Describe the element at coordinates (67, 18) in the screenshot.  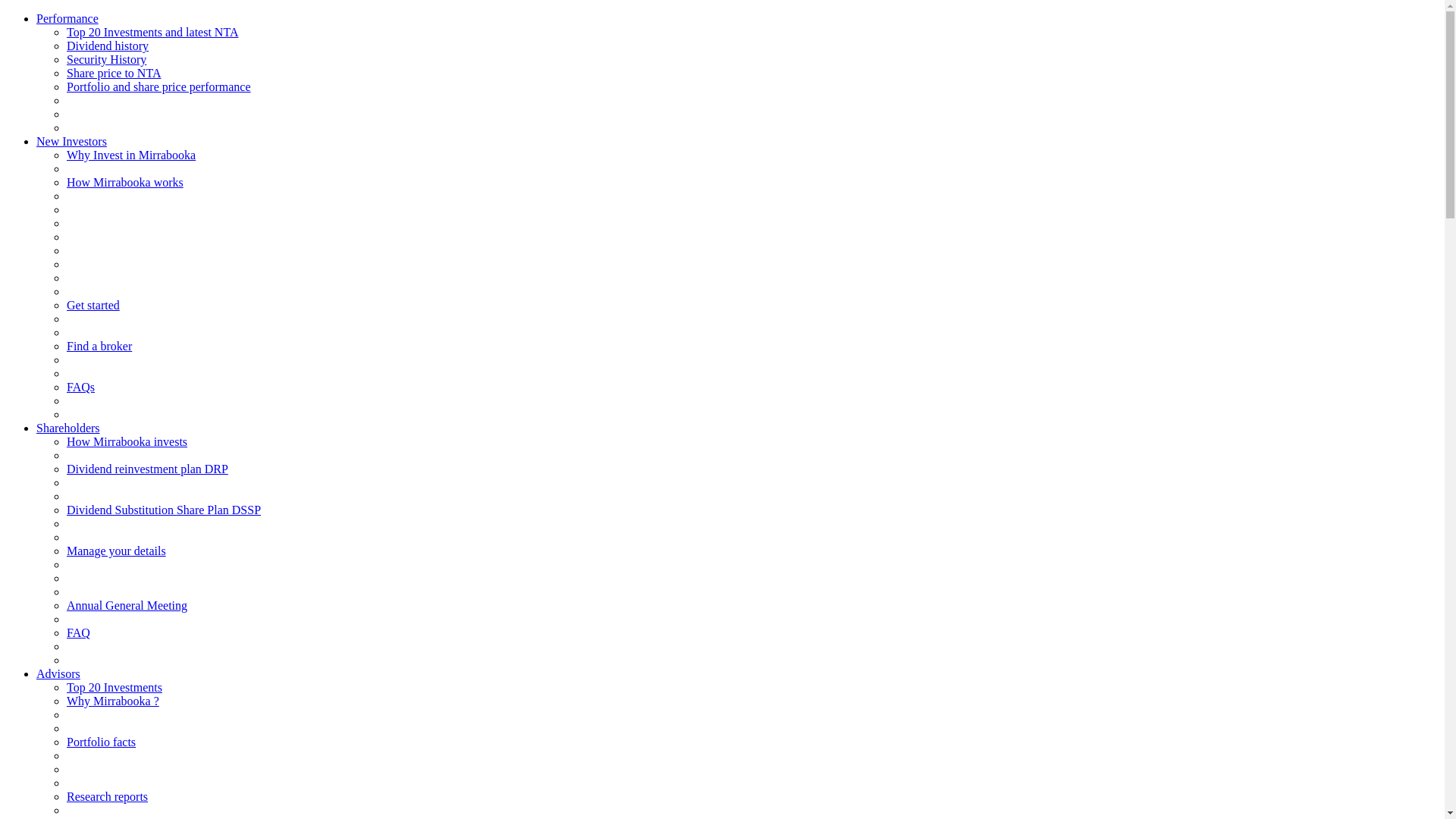
I see `'Performance'` at that location.